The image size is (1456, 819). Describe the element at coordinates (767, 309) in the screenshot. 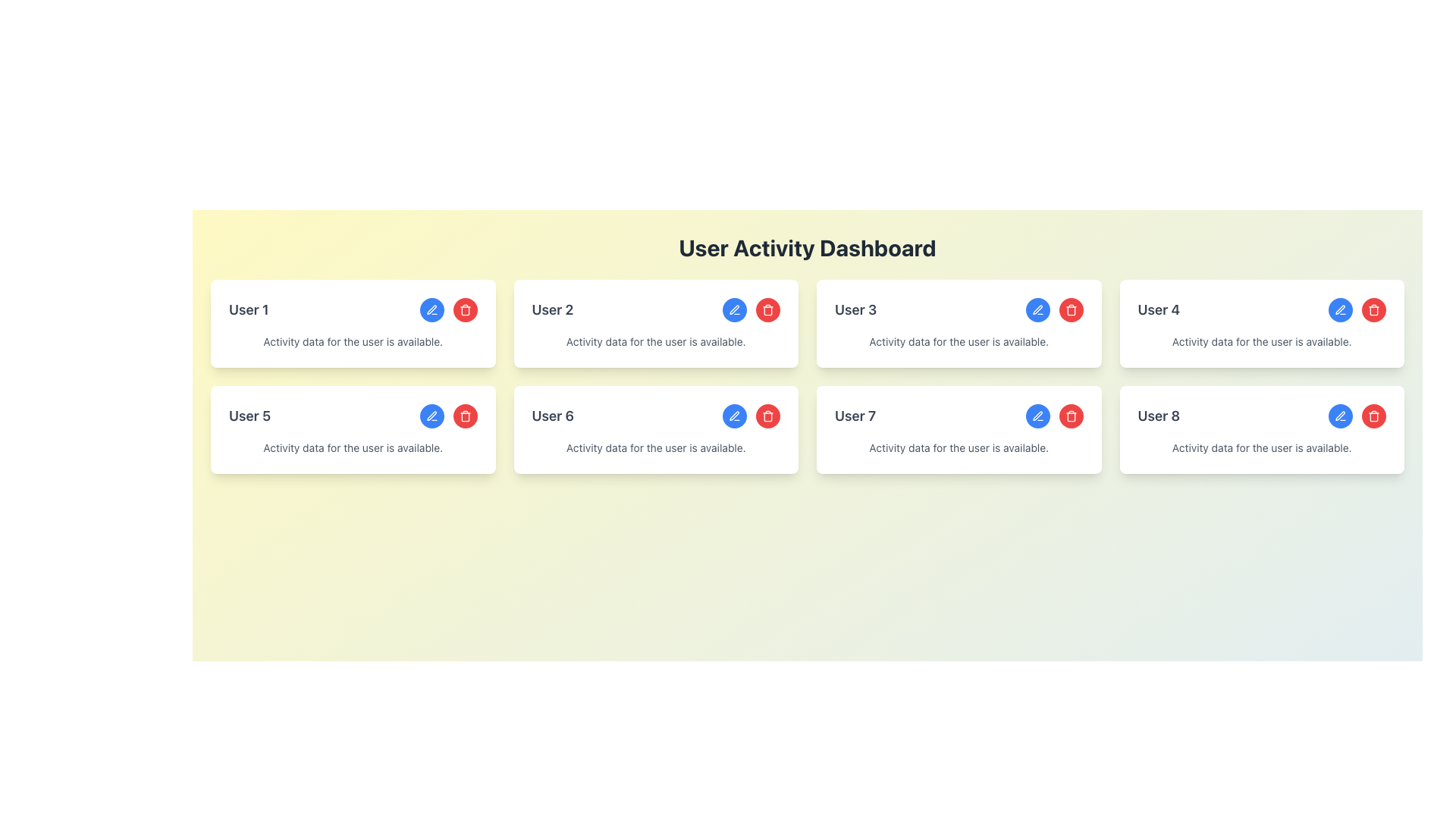

I see `the trash icon located` at that location.